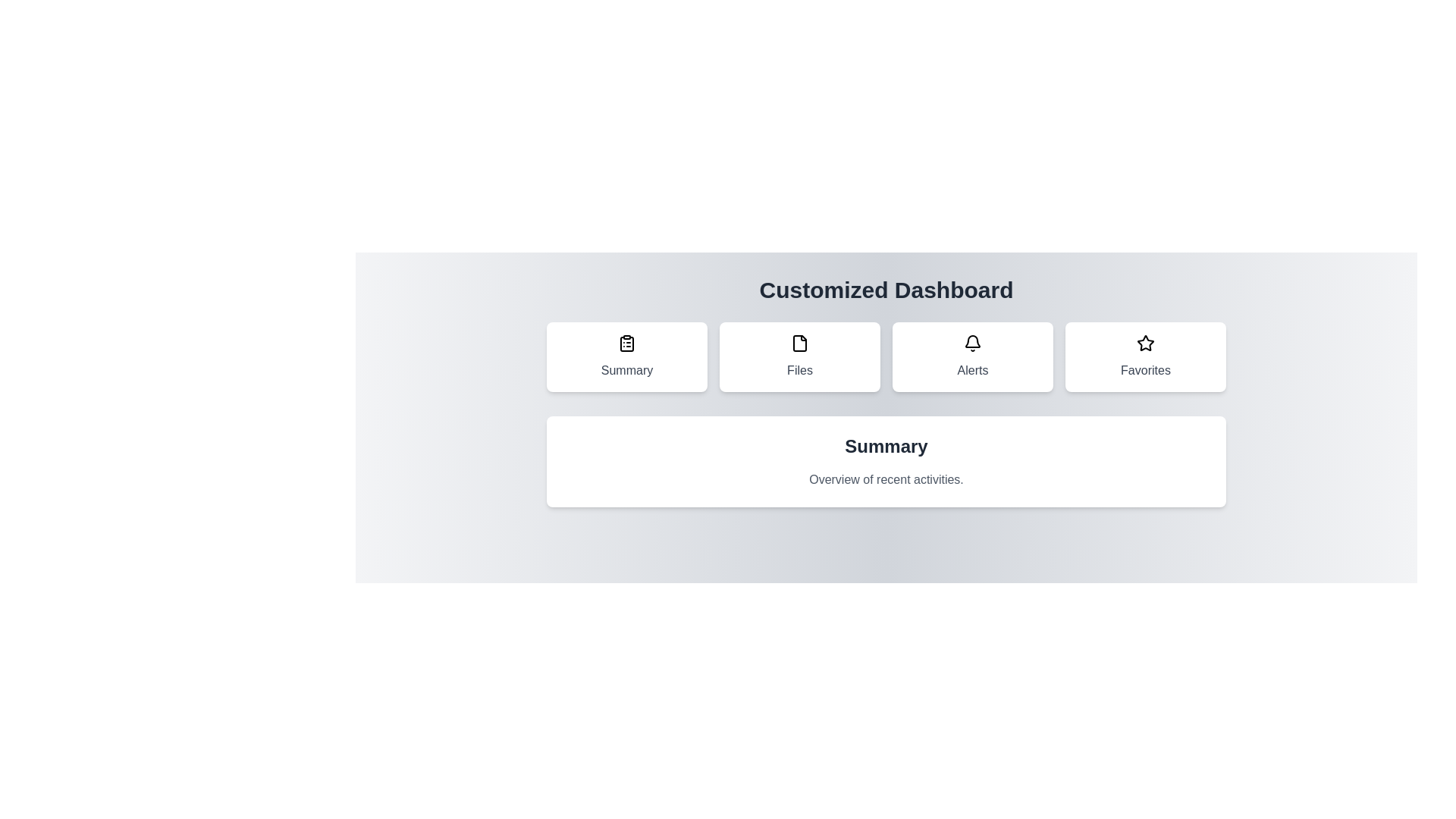 The height and width of the screenshot is (819, 1456). I want to click on the 'Favorites' button, which is a rectangular card with a white background, rounded corners, a star icon at the top center, and medium gray text below it, so click(1146, 356).